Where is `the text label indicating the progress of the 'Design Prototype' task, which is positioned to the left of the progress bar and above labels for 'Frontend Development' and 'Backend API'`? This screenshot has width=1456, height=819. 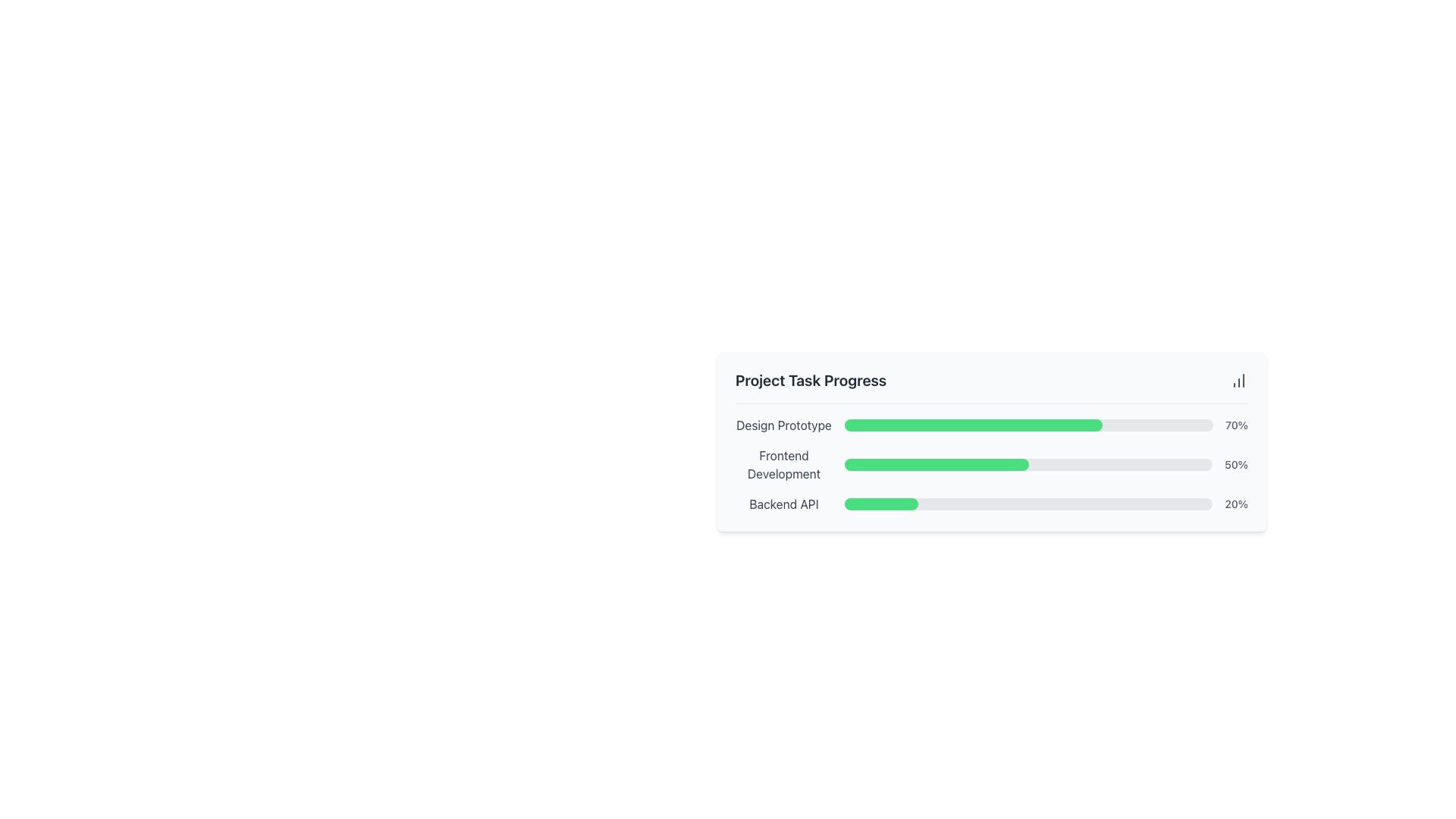 the text label indicating the progress of the 'Design Prototype' task, which is positioned to the left of the progress bar and above labels for 'Frontend Development' and 'Backend API' is located at coordinates (783, 425).